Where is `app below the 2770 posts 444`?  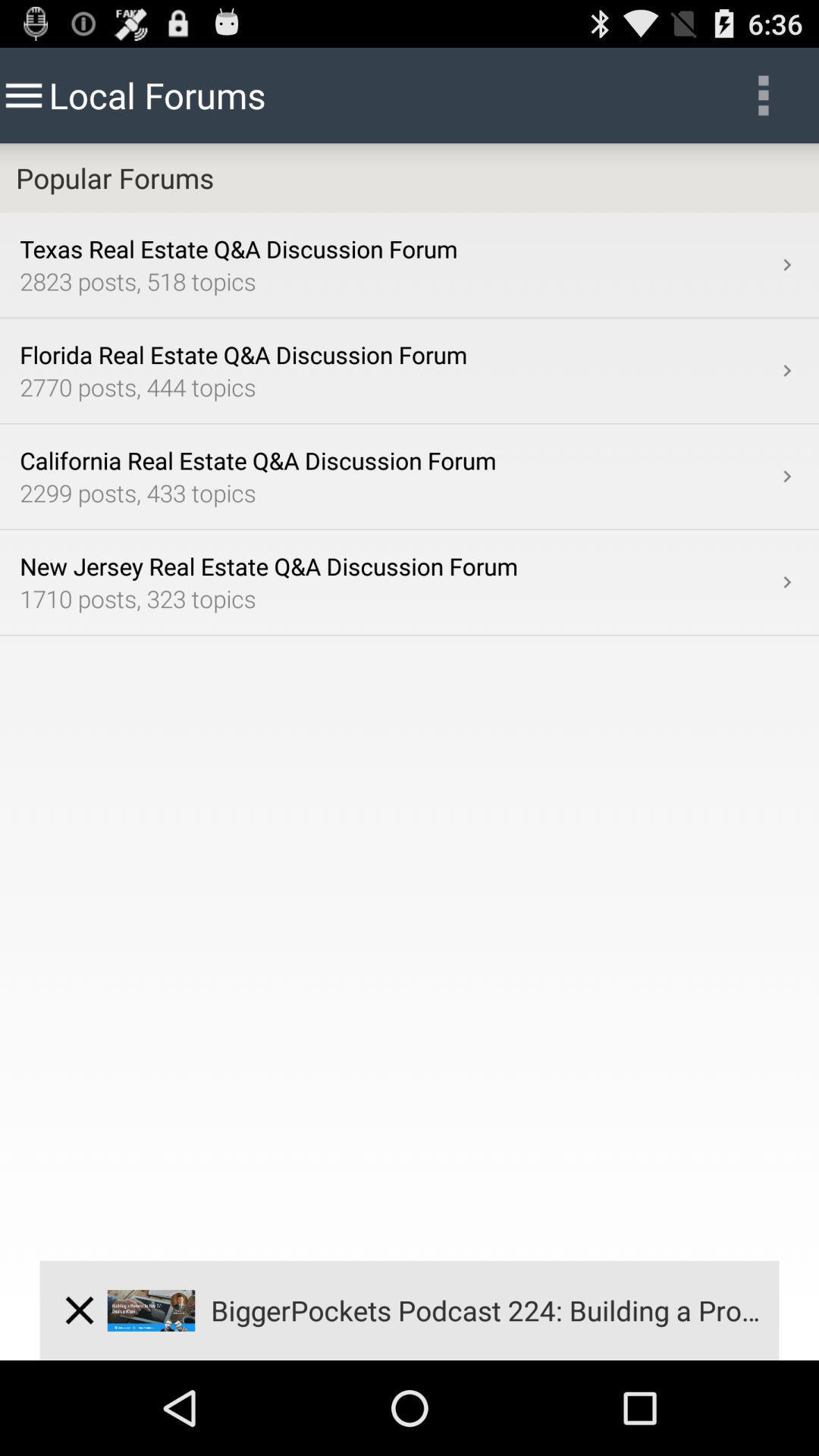 app below the 2770 posts 444 is located at coordinates (786, 475).